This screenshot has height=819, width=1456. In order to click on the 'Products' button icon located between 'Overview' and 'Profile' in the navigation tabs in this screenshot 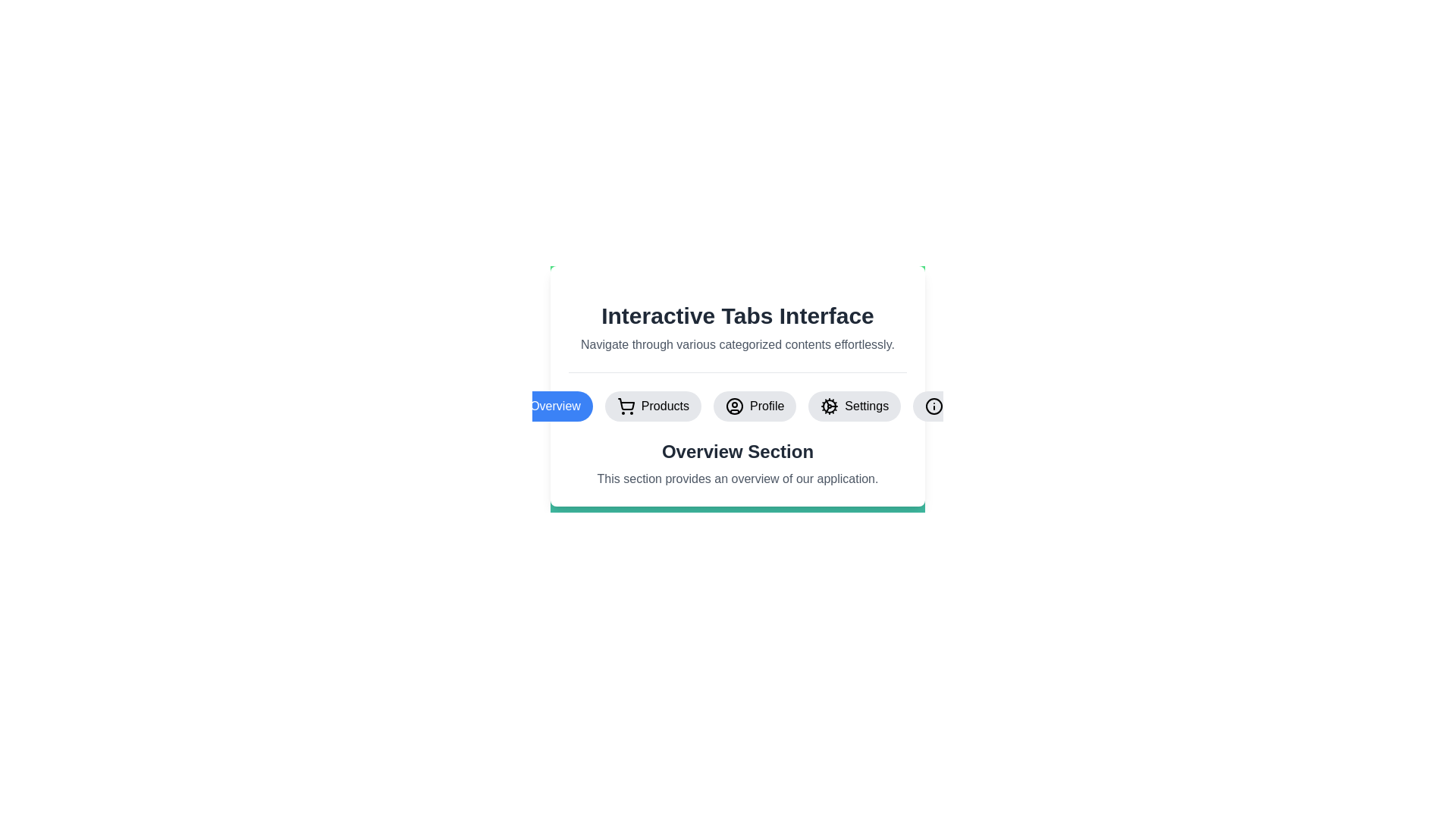, I will do `click(626, 406)`.